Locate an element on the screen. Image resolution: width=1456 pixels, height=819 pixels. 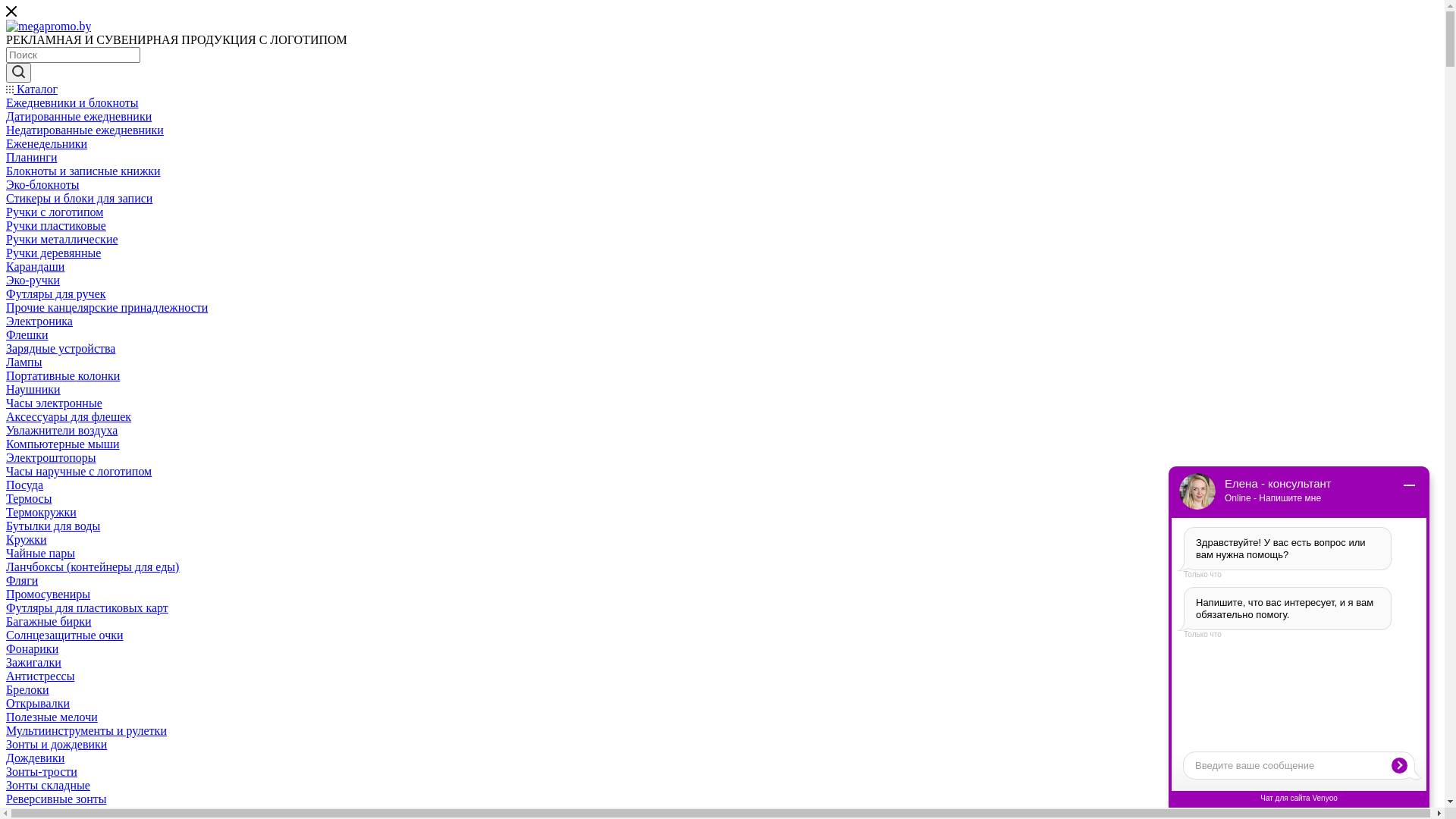
'megapromo.by' is located at coordinates (6, 26).